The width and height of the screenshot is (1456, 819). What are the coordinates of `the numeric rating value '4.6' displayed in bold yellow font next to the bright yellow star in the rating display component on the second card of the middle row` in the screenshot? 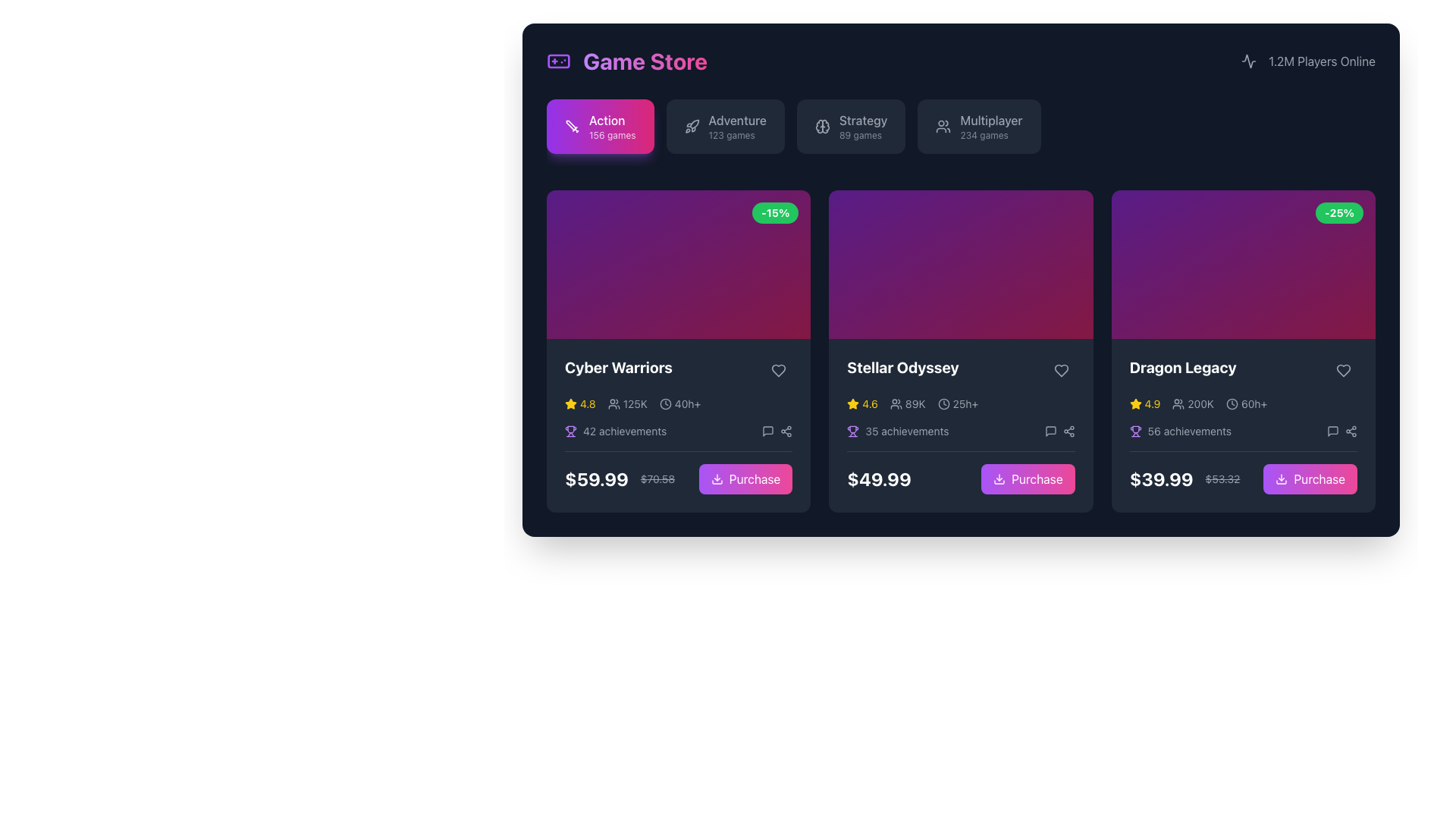 It's located at (862, 403).